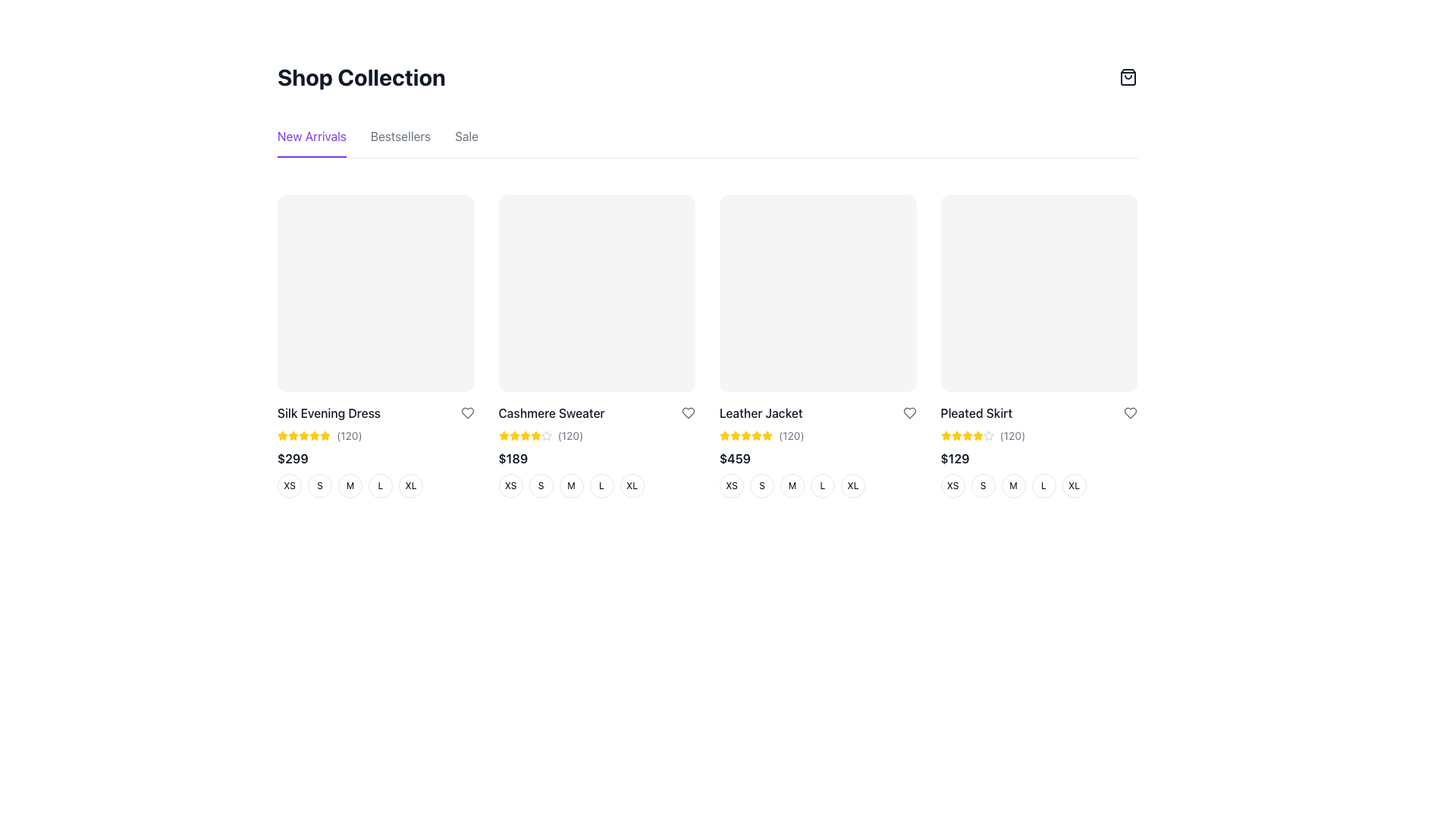  What do you see at coordinates (596, 457) in the screenshot?
I see `price displayed for the 'Cashmere Sweater' product, which is positioned below the product name and above the size selection options` at bounding box center [596, 457].